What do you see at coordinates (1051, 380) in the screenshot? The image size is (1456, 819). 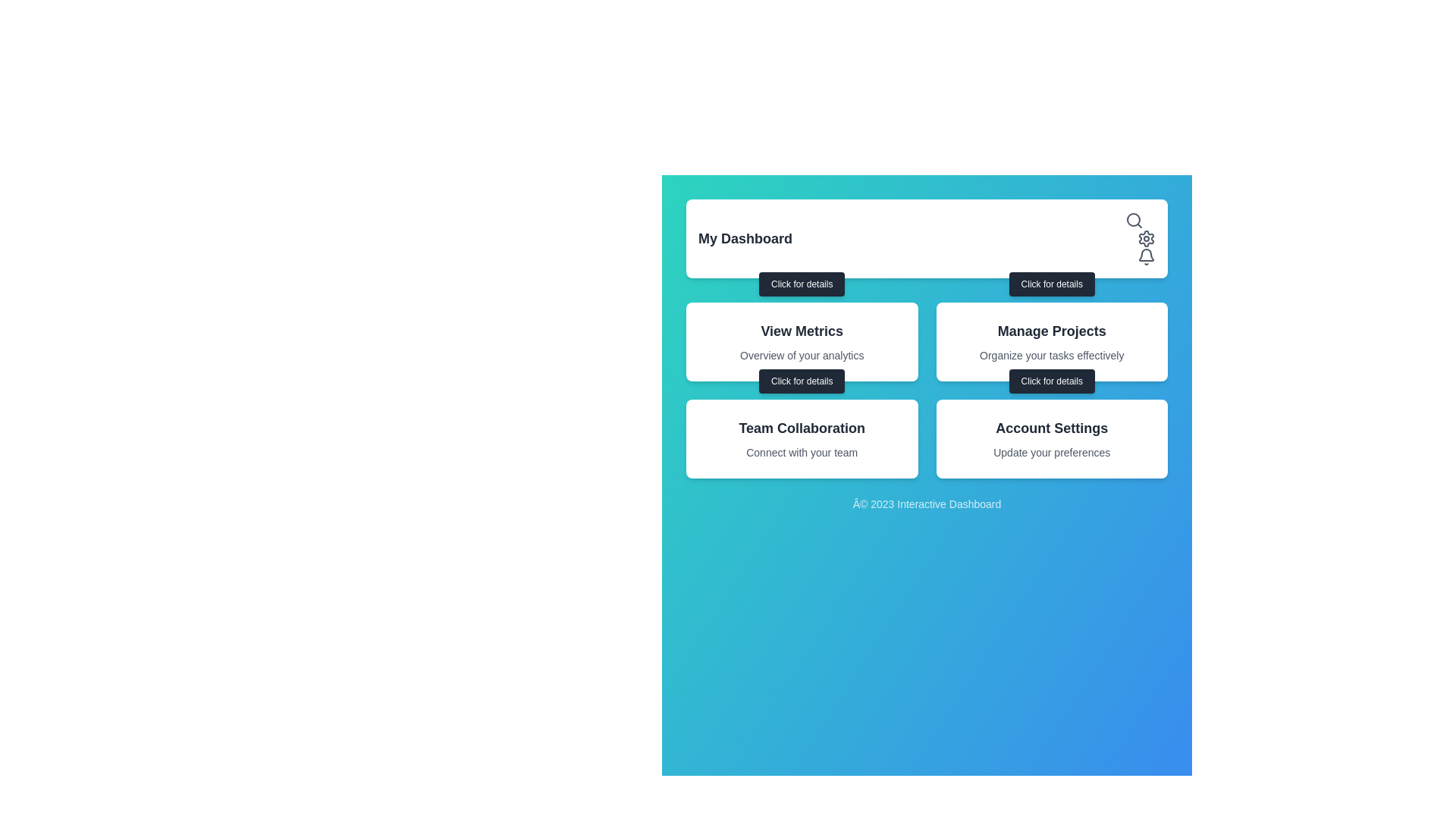 I see `the Informational tooltip located above the 'Account Settings' section in the bottom-right of the main interface, which provides supplementary information for users` at bounding box center [1051, 380].